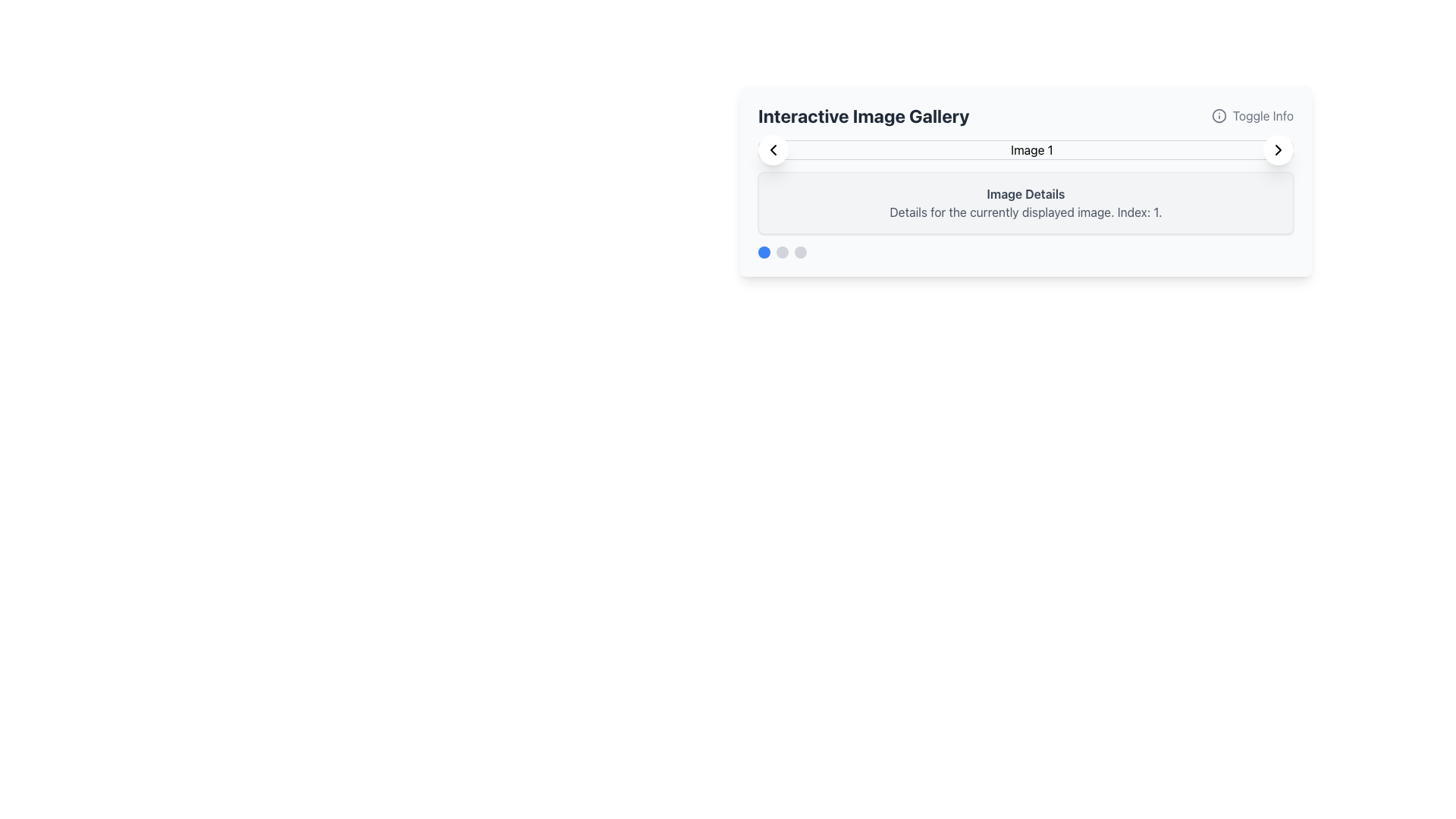 This screenshot has width=1456, height=819. I want to click on the rightward pointing chevron arrow icon within the 'Interactive Image Gallery' panel, so click(1277, 149).